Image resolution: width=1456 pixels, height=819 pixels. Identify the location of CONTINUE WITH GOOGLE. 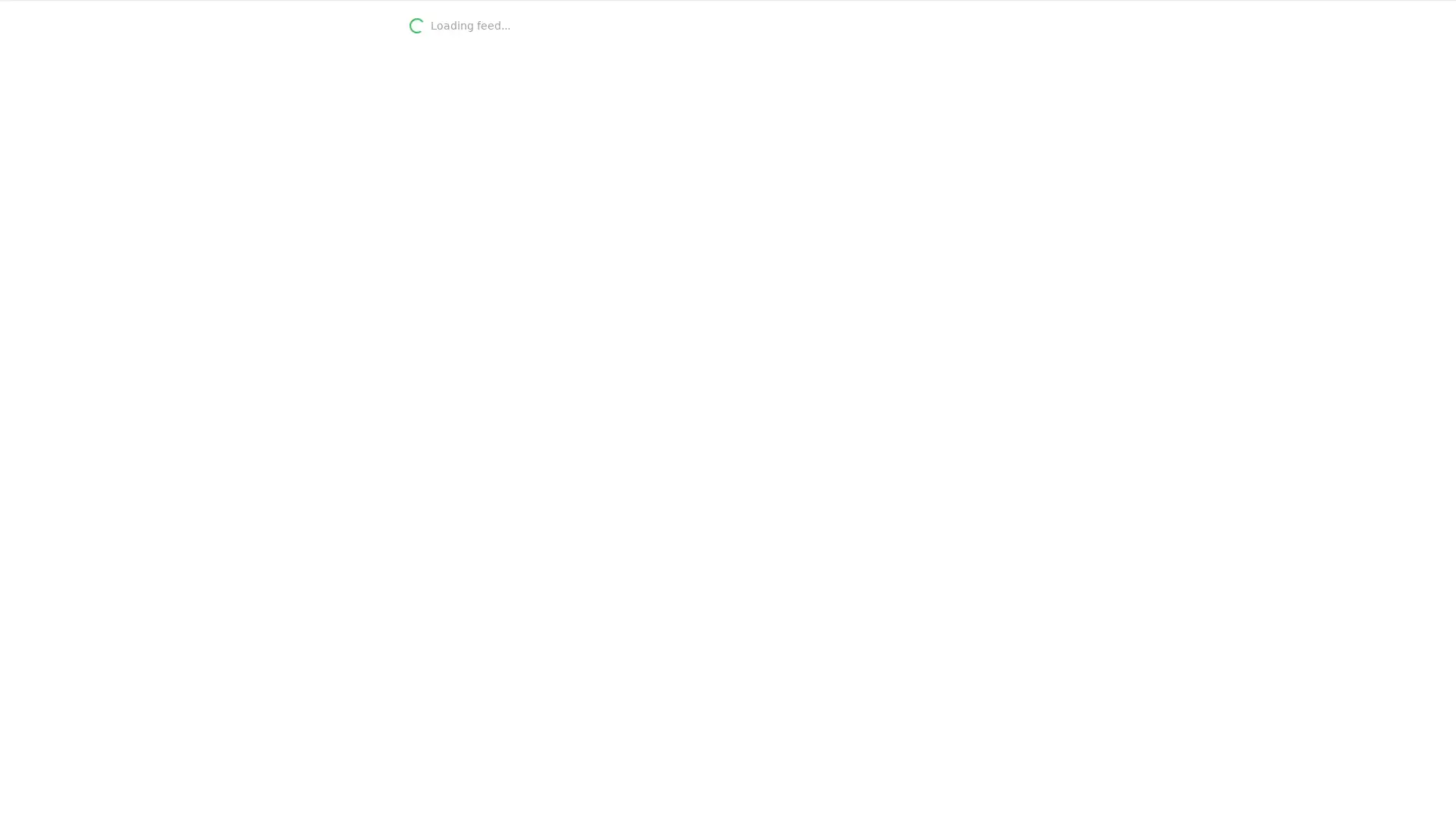
(499, 770).